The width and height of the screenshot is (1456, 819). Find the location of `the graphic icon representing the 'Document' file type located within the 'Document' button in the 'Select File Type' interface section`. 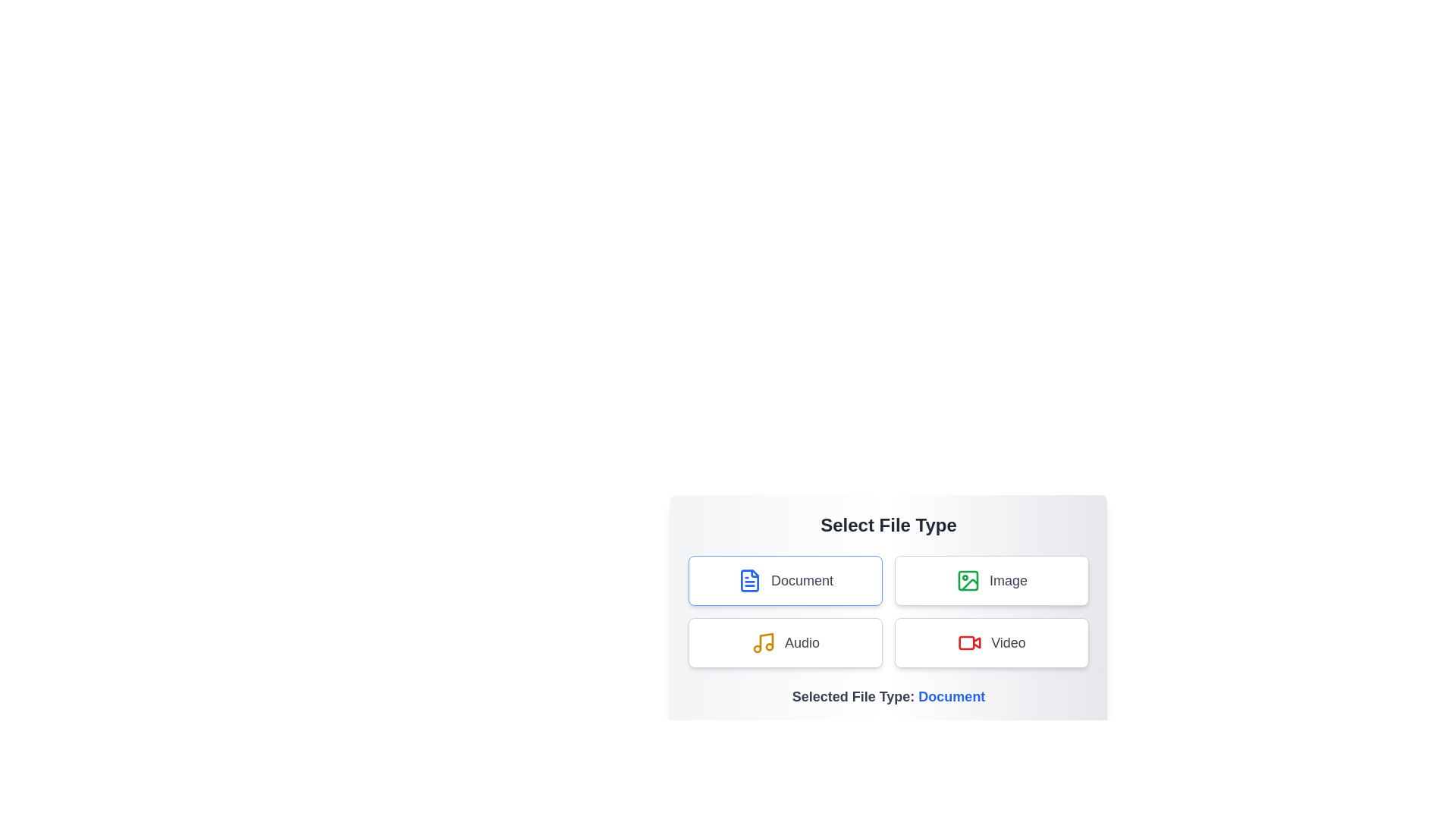

the graphic icon representing the 'Document' file type located within the 'Document' button in the 'Select File Type' interface section is located at coordinates (749, 580).